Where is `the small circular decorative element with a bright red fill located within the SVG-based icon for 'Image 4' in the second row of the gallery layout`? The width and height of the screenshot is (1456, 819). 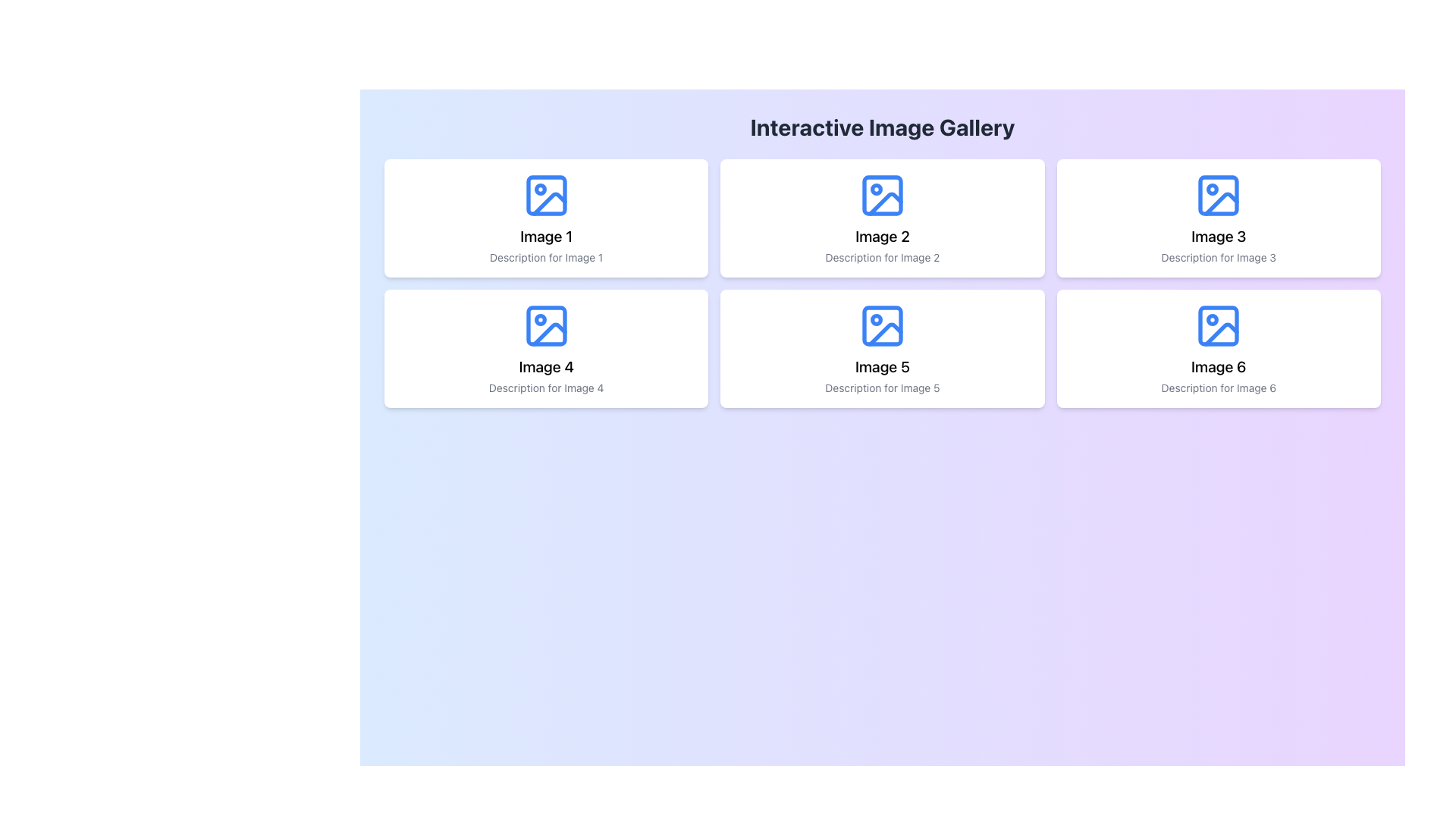
the small circular decorative element with a bright red fill located within the SVG-based icon for 'Image 4' in the second row of the gallery layout is located at coordinates (540, 318).